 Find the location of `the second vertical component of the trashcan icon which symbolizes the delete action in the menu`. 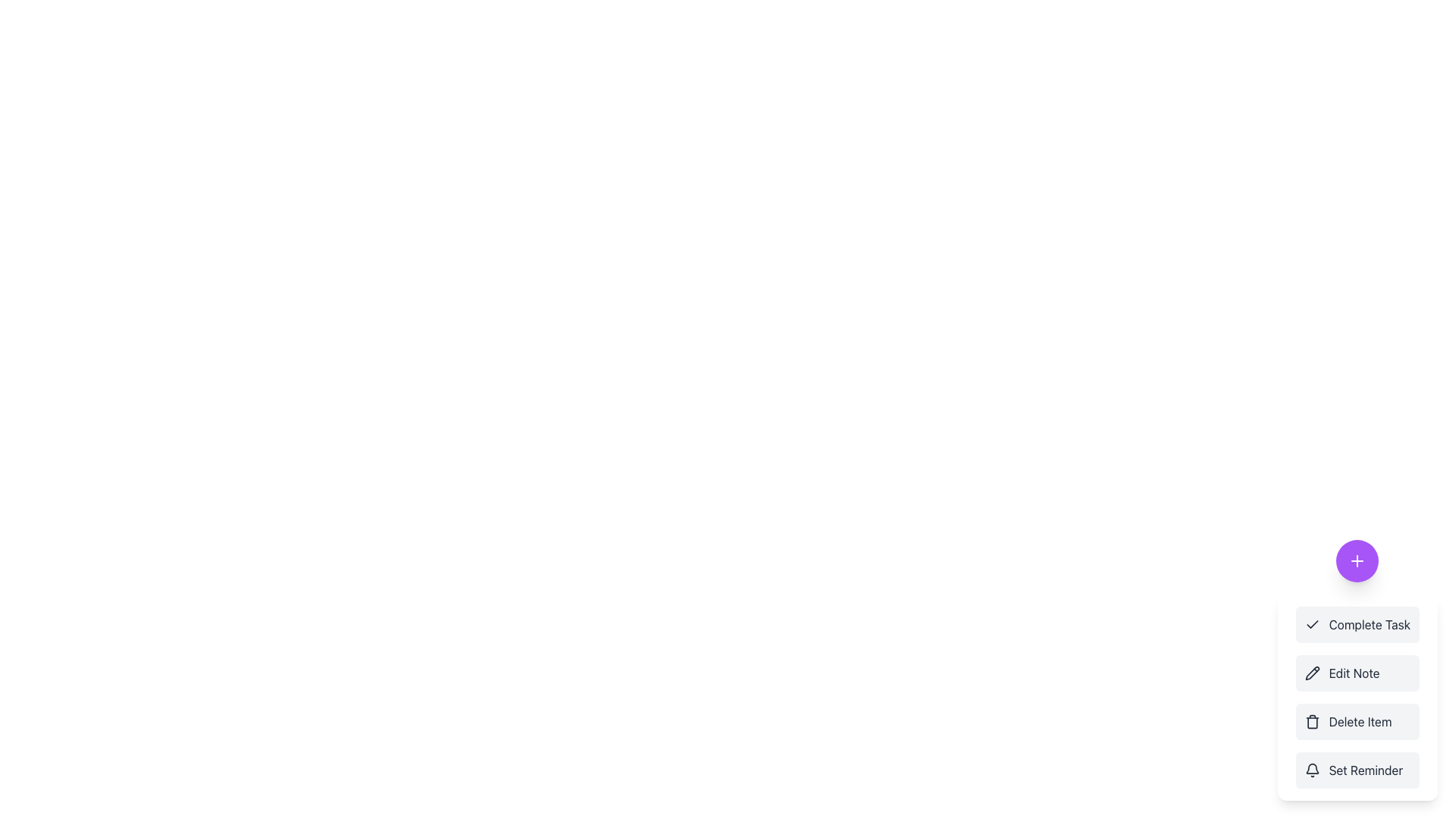

the second vertical component of the trashcan icon which symbolizes the delete action in the menu is located at coordinates (1311, 722).